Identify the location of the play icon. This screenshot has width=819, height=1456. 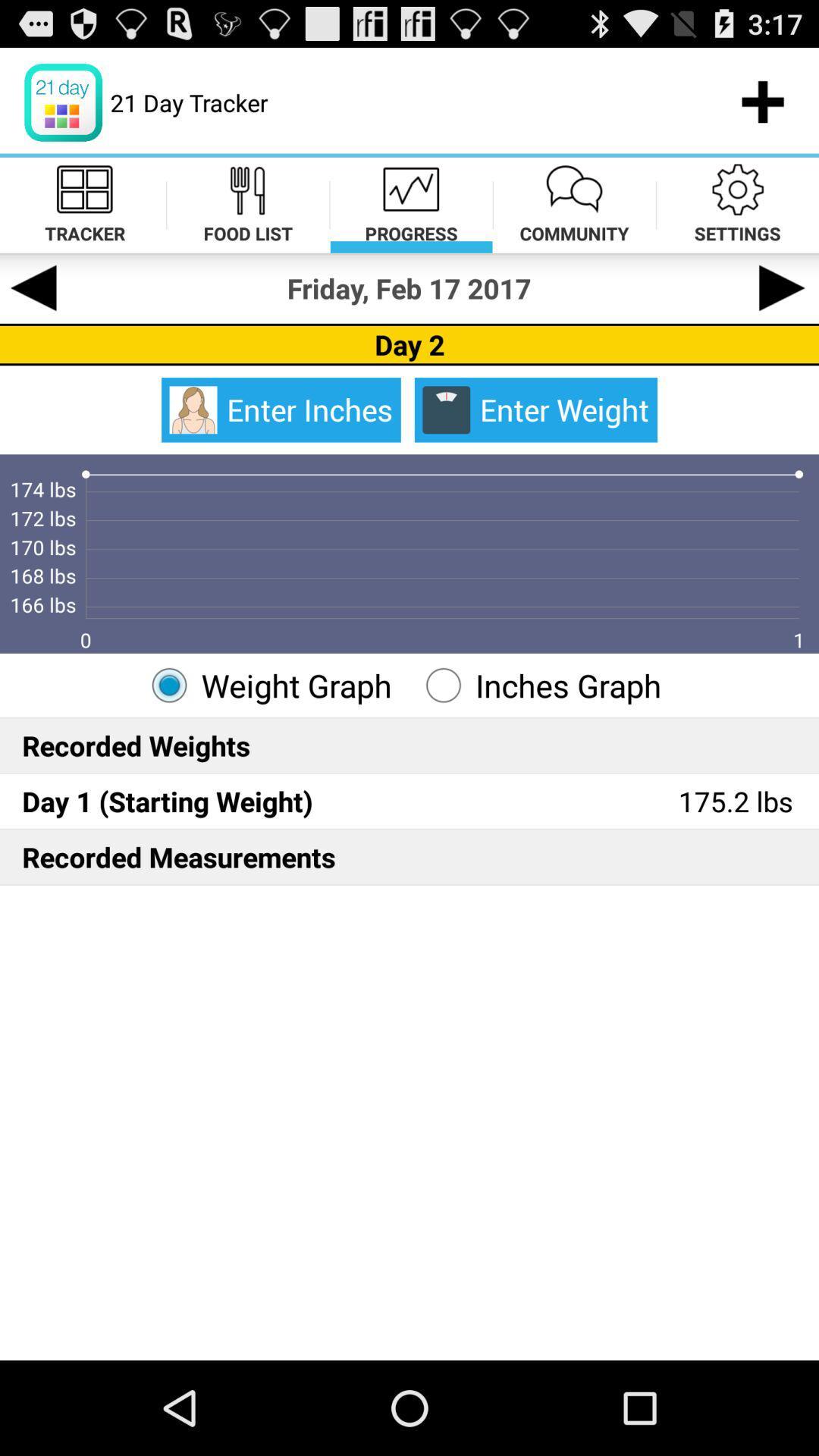
(783, 308).